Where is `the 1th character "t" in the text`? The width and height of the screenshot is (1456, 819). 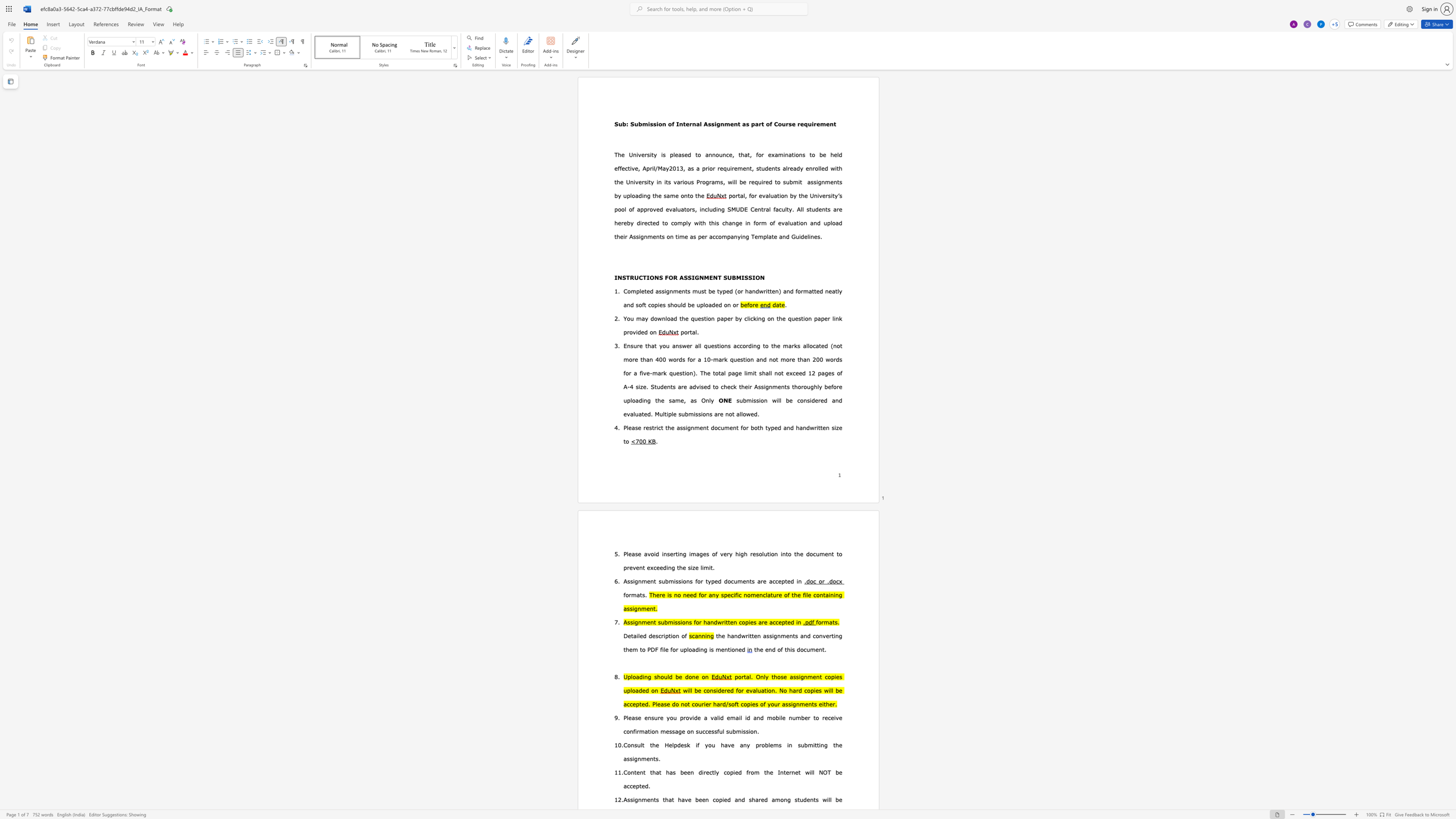 the 1th character "t" in the text is located at coordinates (653, 196).